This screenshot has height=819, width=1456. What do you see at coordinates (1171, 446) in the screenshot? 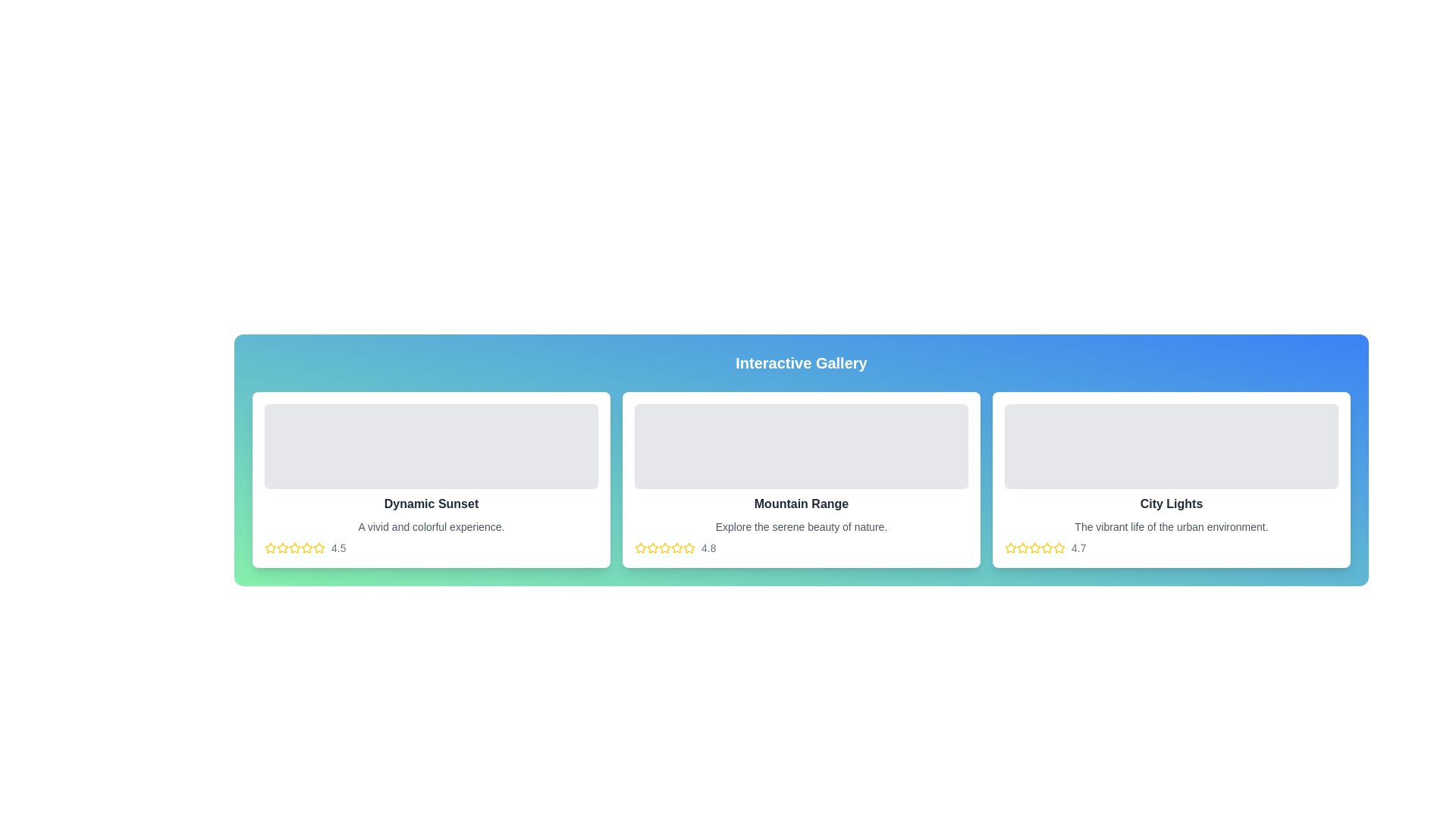
I see `the image placeholder located at the top of the card labeled 'City Lights', which serves as a placeholder for visual content` at bounding box center [1171, 446].